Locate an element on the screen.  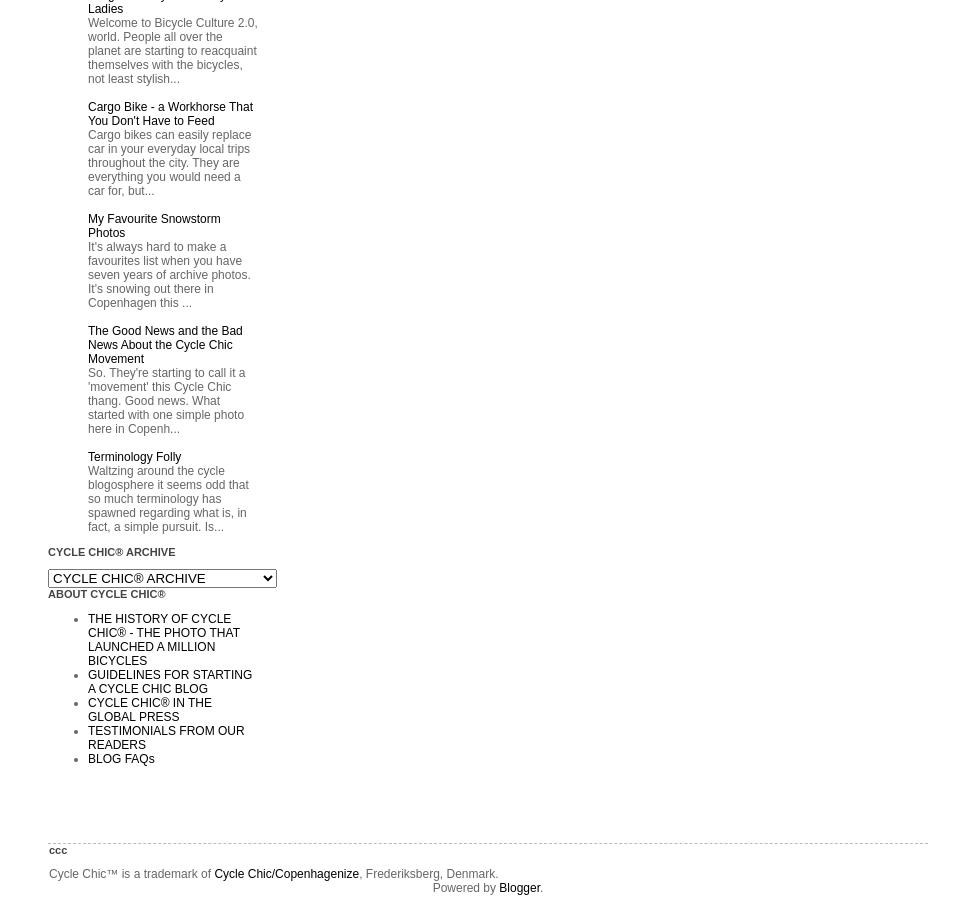
'Cargo bikes can easily replace car in your everyday local trips throughout the city. They are everything you would need a car for, but...' is located at coordinates (169, 162).